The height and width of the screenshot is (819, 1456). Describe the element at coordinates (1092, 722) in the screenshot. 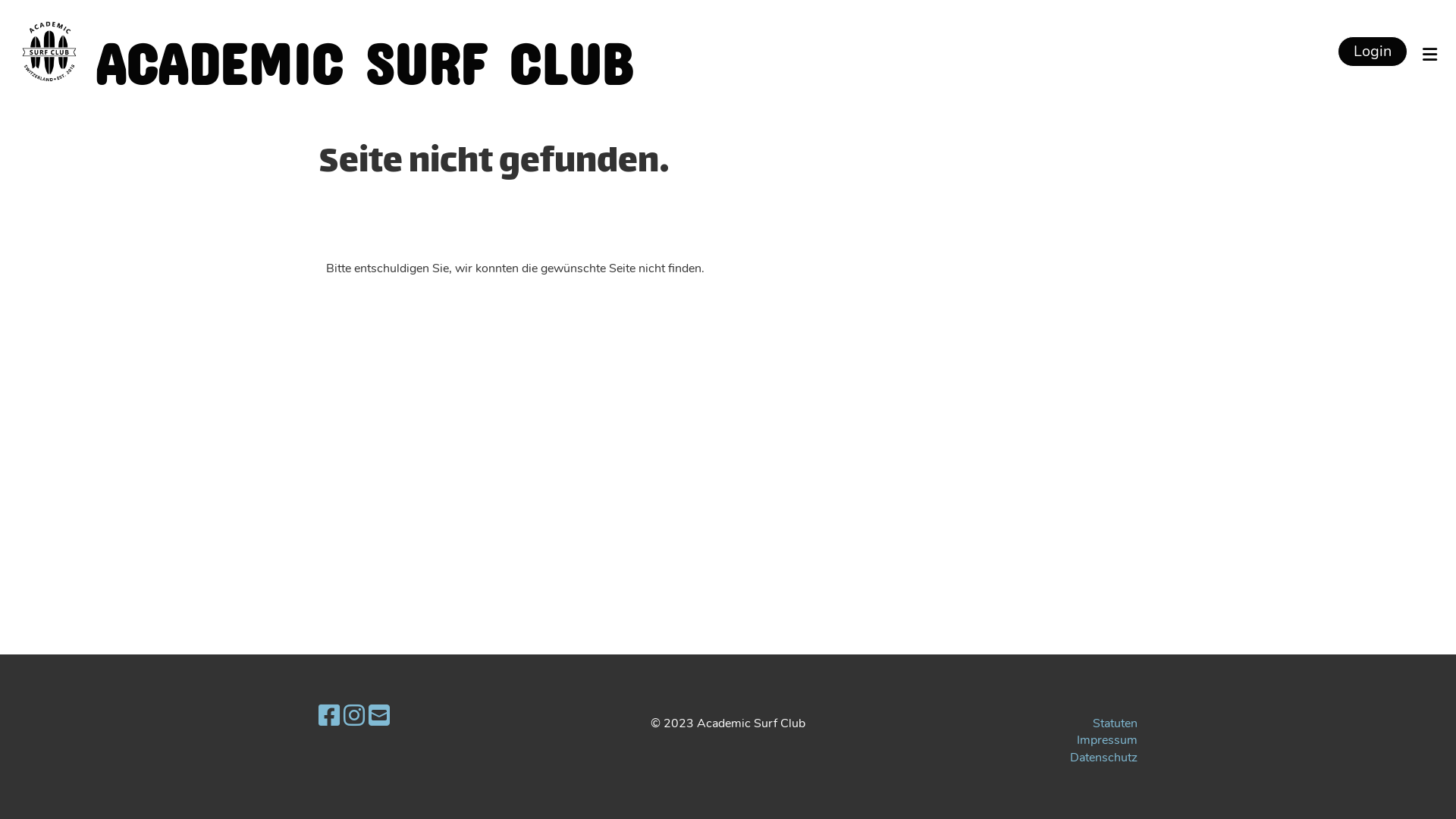

I see `'Statuten'` at that location.